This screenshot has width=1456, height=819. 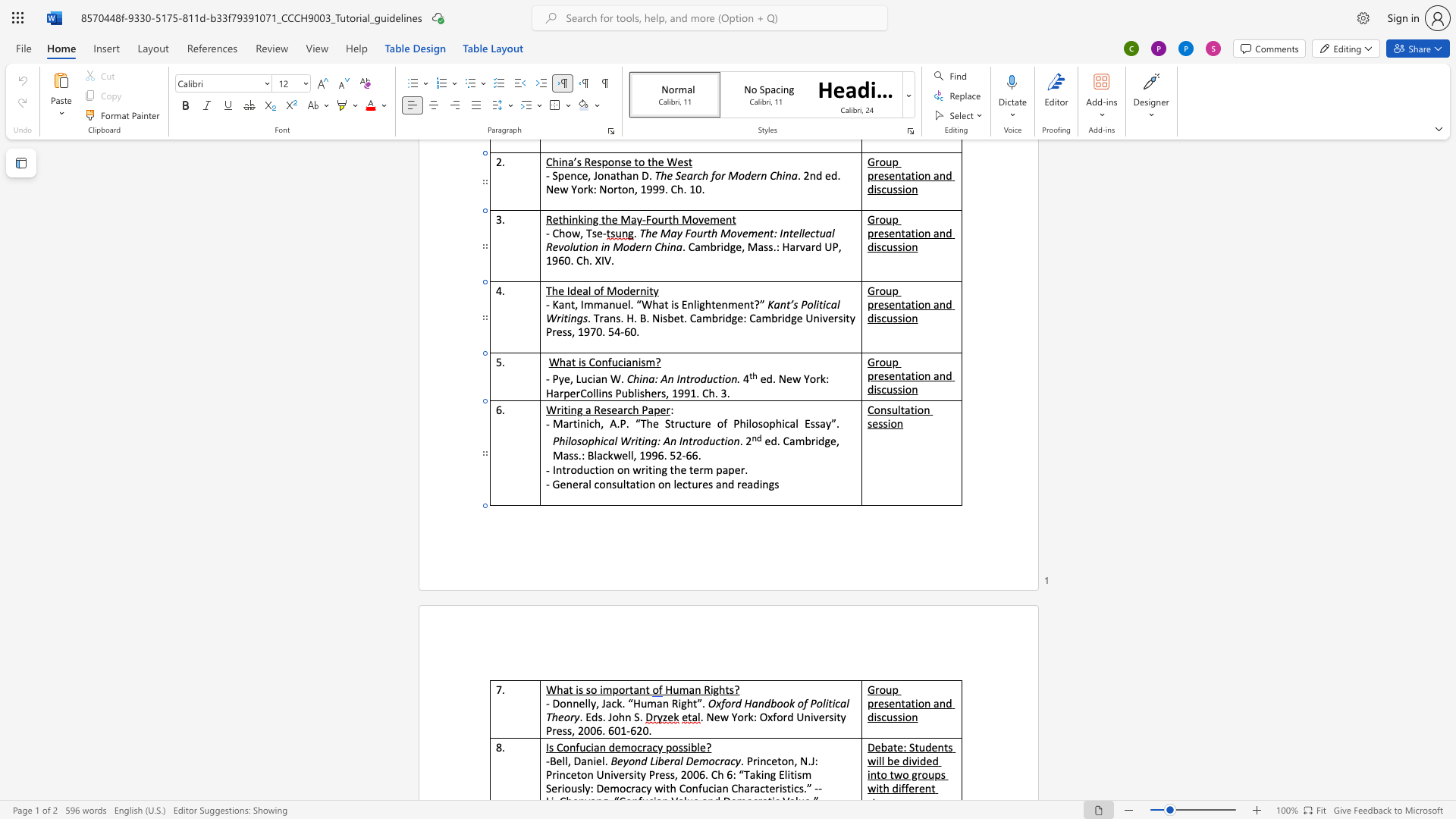 I want to click on the space between the continuous character "a" and "n" in the text, so click(x=639, y=689).